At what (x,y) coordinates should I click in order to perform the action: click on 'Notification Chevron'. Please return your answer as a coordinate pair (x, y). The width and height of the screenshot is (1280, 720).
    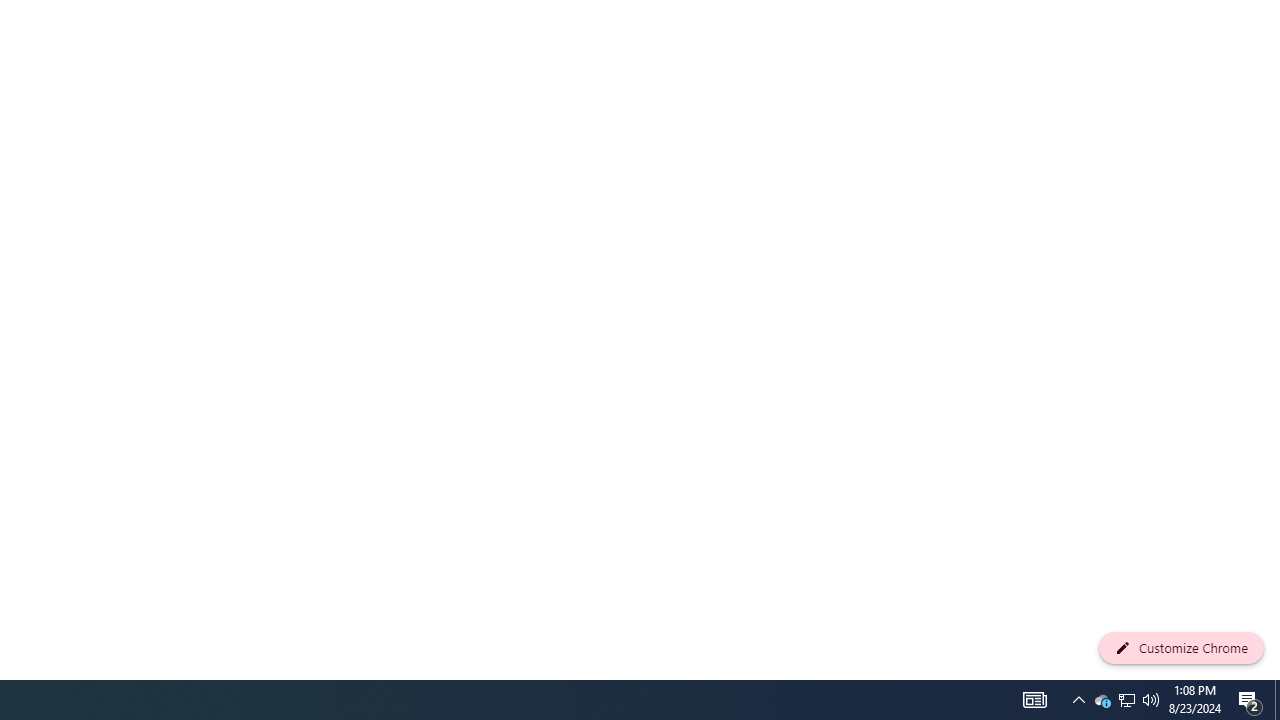
    Looking at the image, I should click on (1101, 698).